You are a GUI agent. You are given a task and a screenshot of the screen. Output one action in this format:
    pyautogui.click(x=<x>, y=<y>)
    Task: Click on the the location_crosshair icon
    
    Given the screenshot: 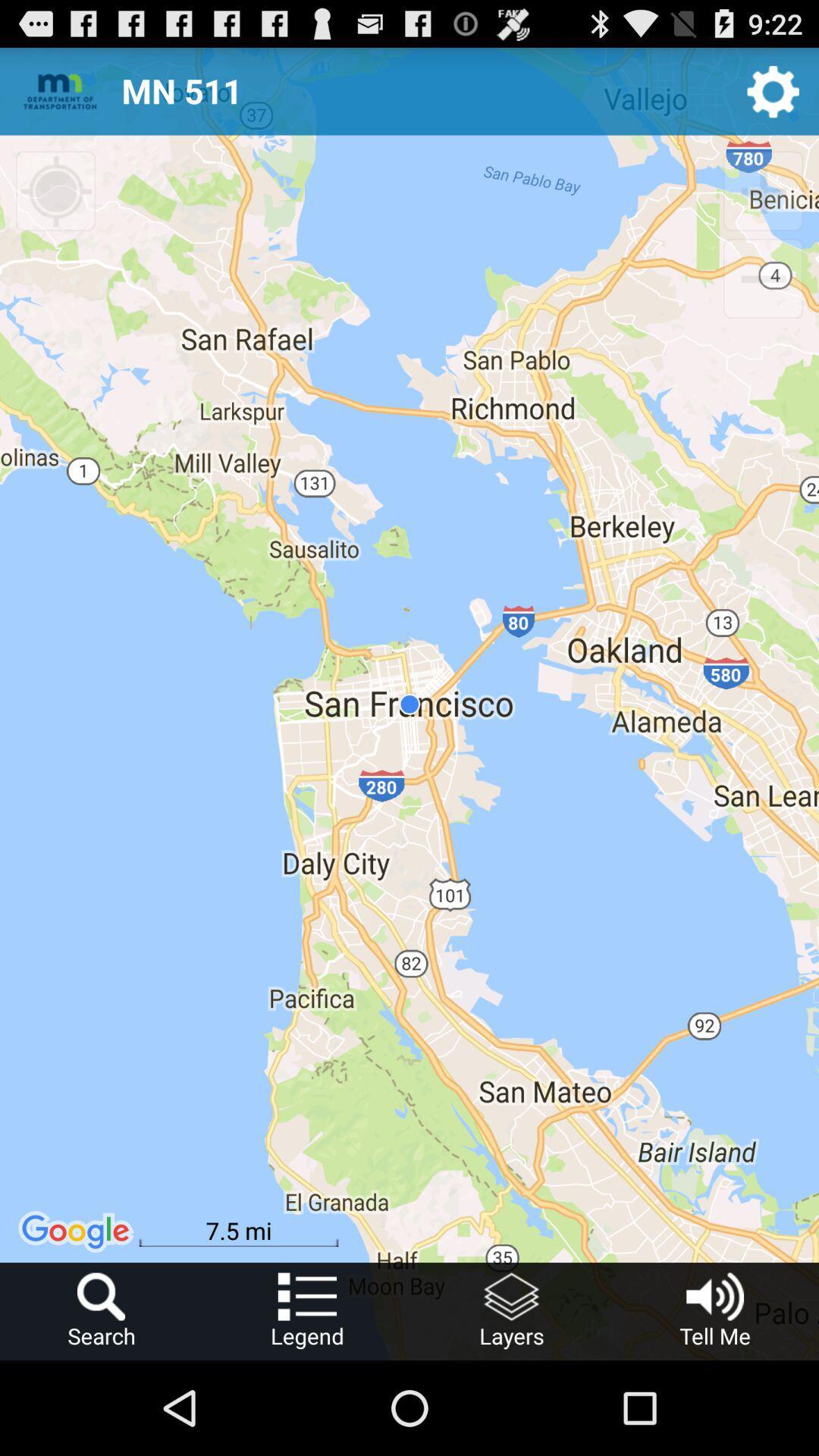 What is the action you would take?
    pyautogui.click(x=55, y=203)
    